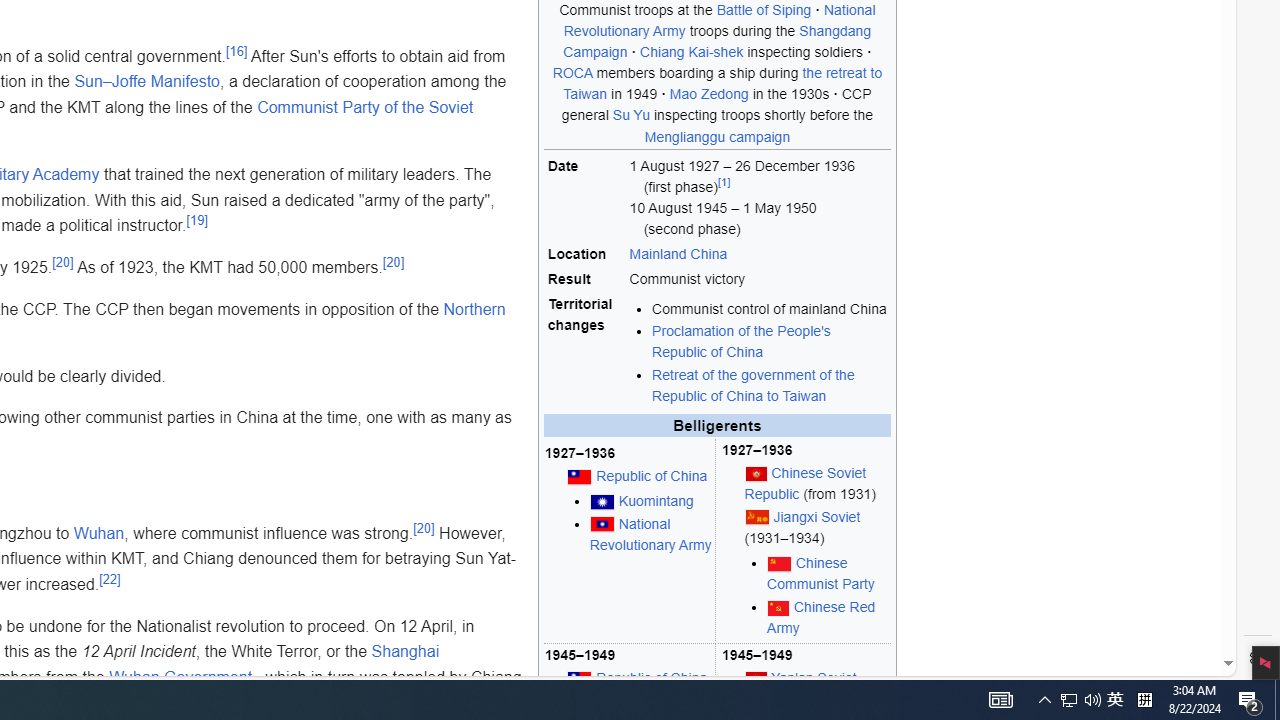  I want to click on 'Mainland China', so click(678, 253).